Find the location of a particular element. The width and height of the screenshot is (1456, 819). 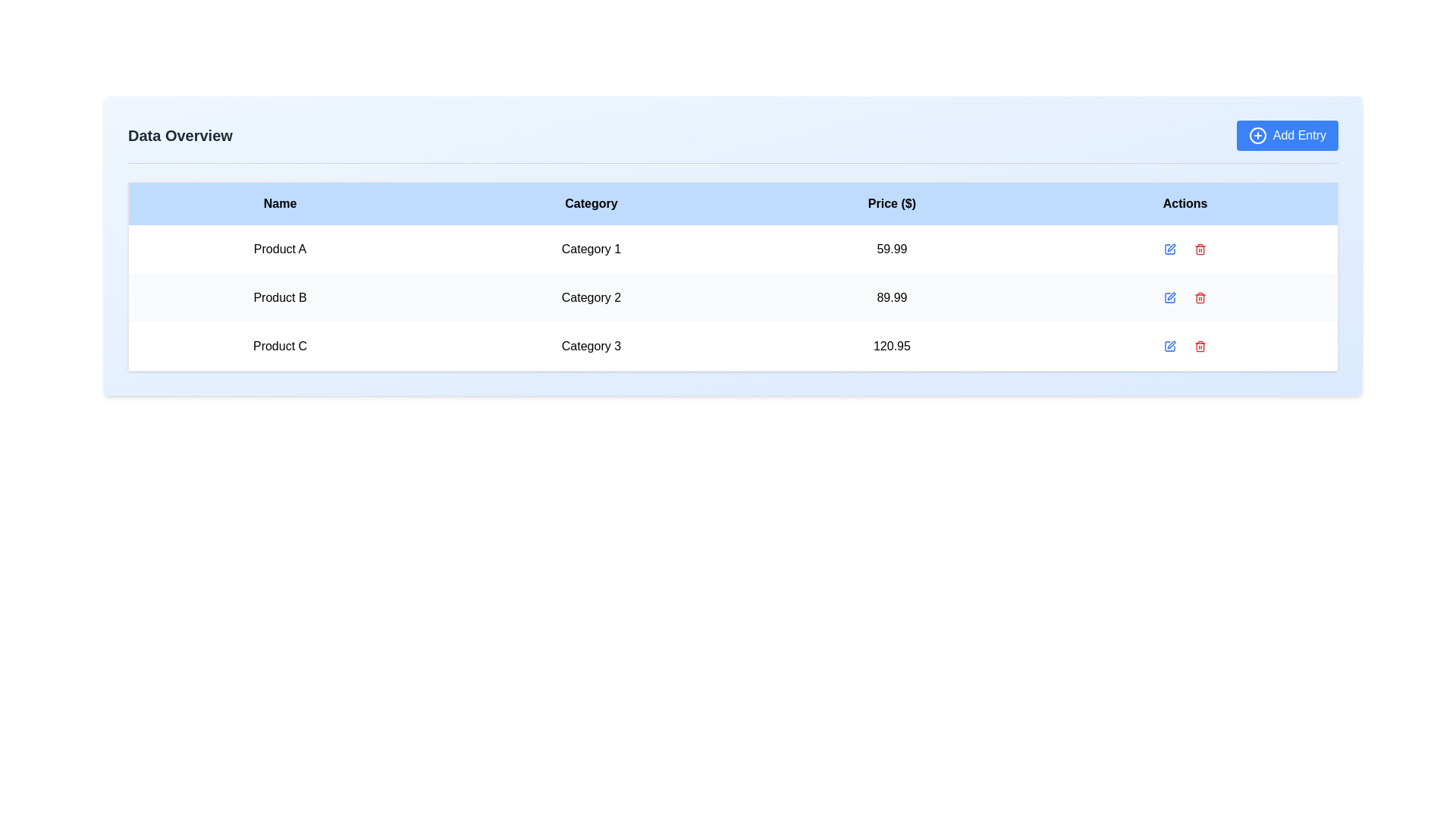

the blue outline pen icon located in the 'Actions' column of the first row of the data table to indicate its interactivity is located at coordinates (1169, 248).